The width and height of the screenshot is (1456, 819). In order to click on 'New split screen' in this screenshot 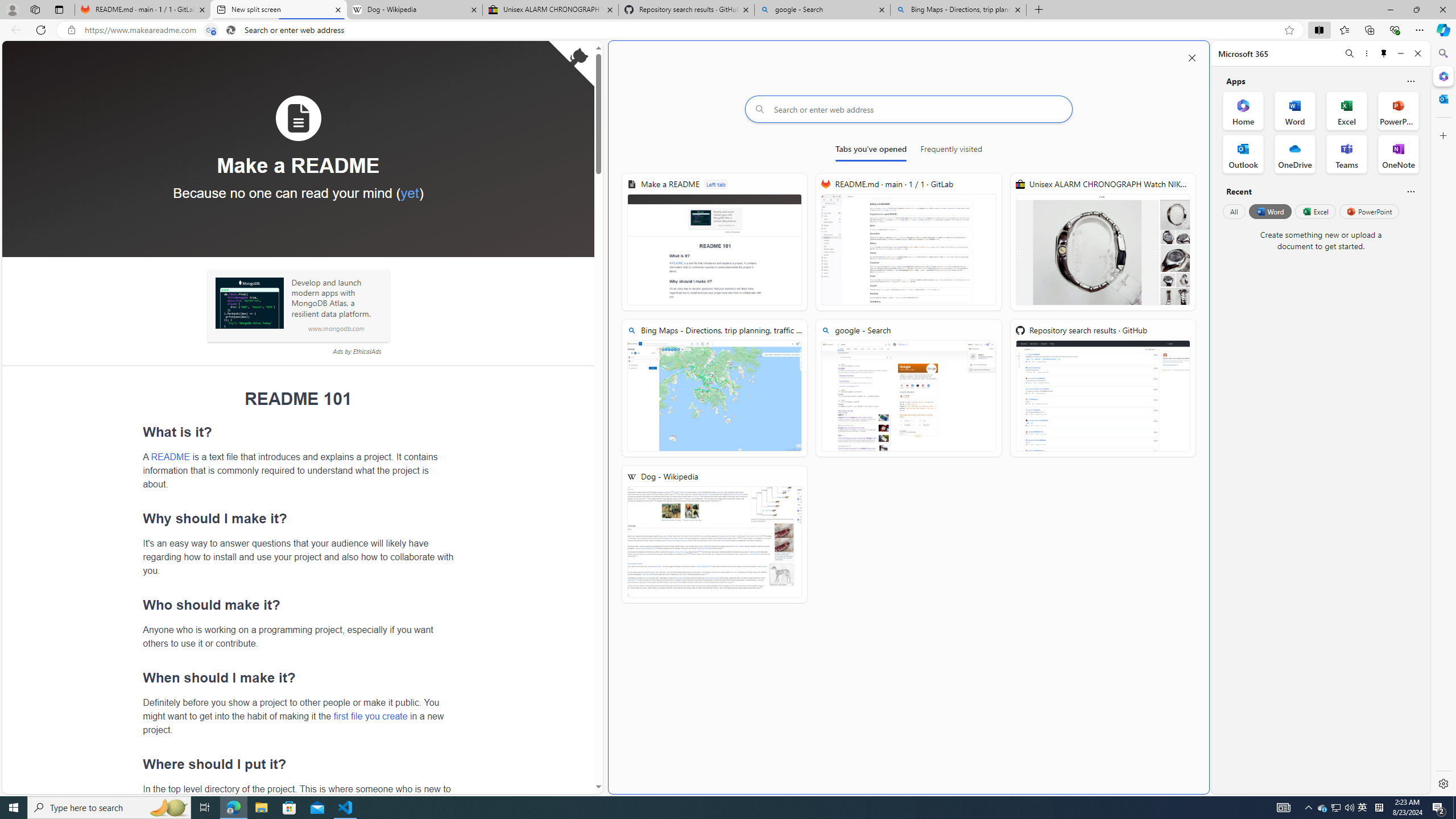, I will do `click(278, 9)`.